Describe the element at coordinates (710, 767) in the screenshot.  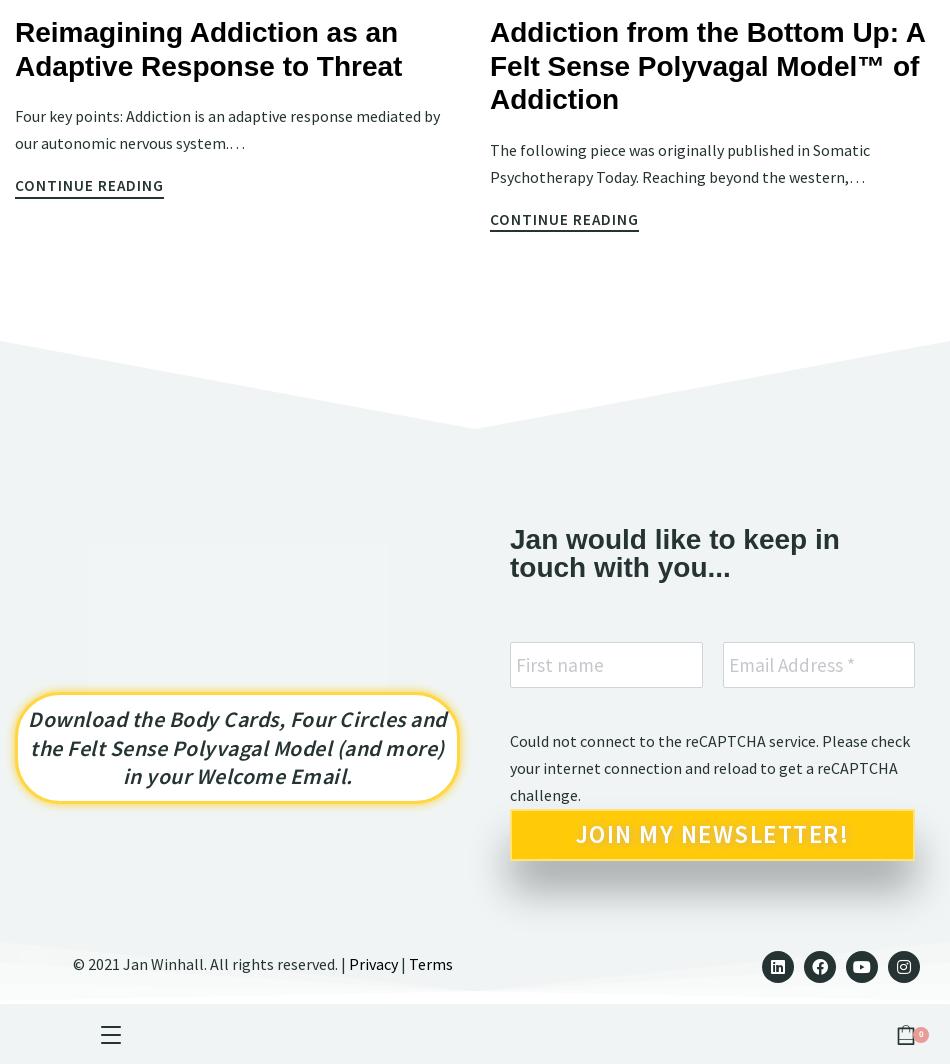
I see `'Could not connect to the reCAPTCHA service. Please check your internet connection and reload to get a reCAPTCHA challenge.'` at that location.